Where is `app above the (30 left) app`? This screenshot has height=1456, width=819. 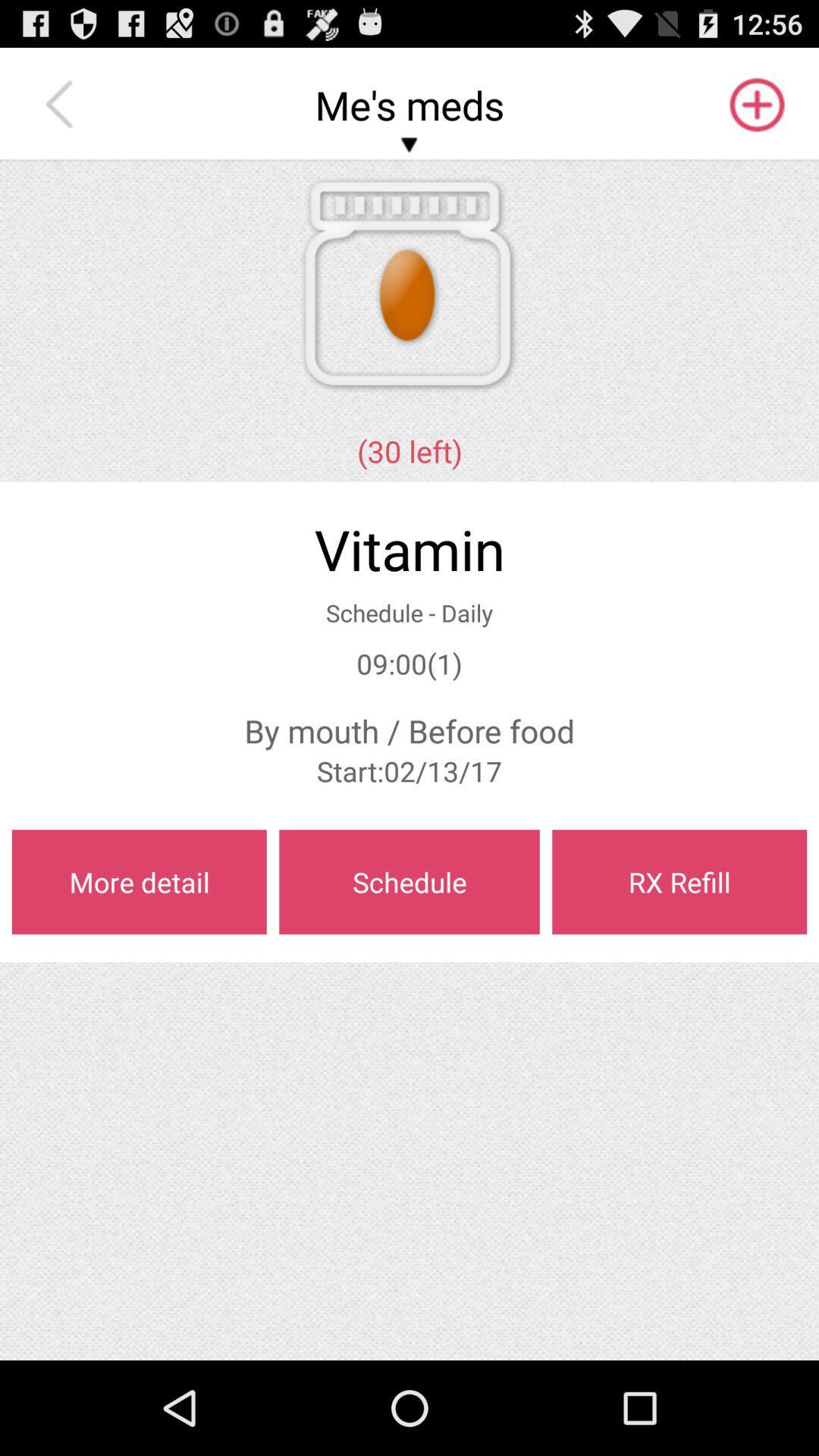 app above the (30 left) app is located at coordinates (755, 104).